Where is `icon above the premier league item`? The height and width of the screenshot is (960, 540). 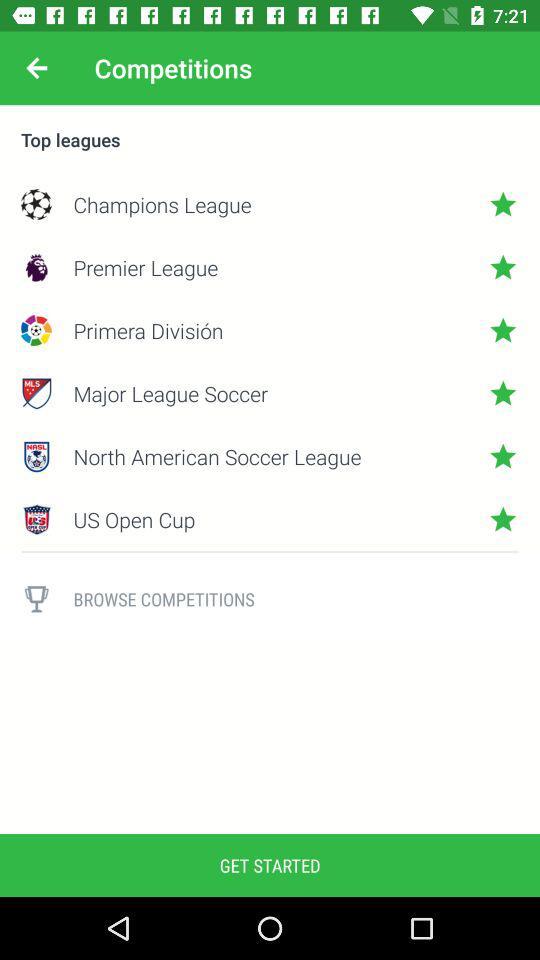
icon above the premier league item is located at coordinates (270, 204).